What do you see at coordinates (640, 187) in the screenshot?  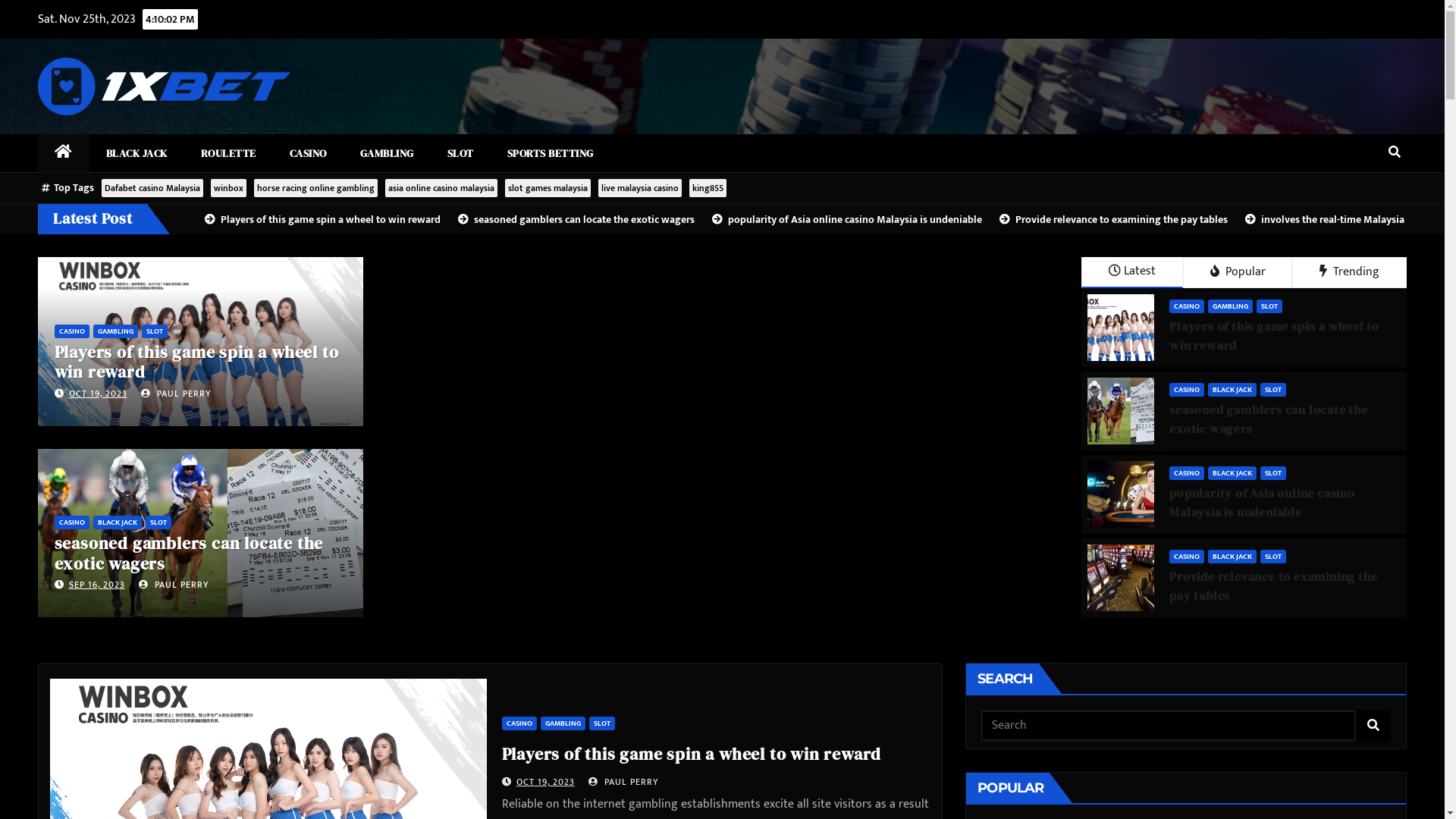 I see `'live malaysia casino'` at bounding box center [640, 187].